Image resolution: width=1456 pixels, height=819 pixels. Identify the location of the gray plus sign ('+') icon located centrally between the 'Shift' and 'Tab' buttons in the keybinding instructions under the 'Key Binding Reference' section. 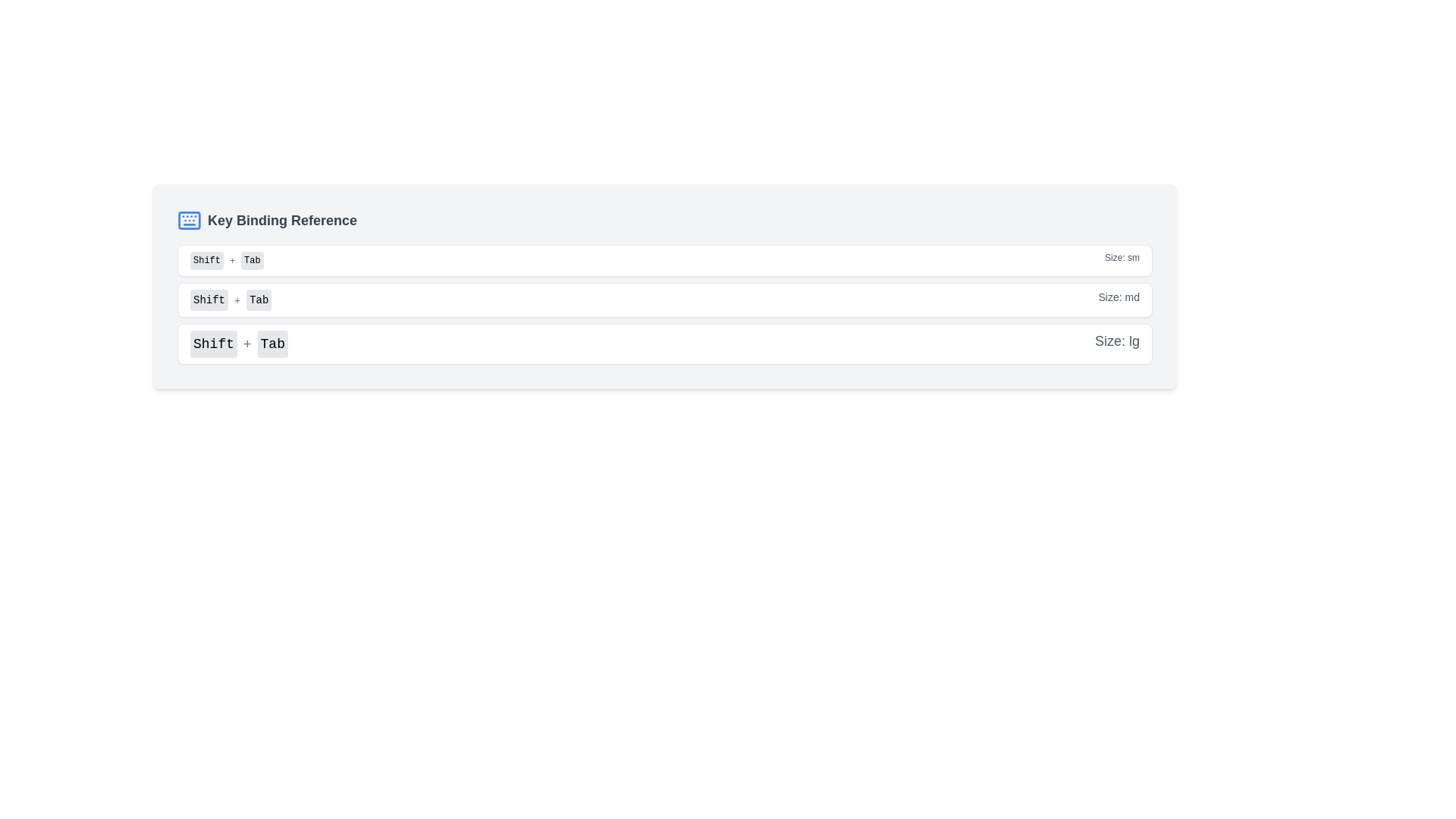
(231, 259).